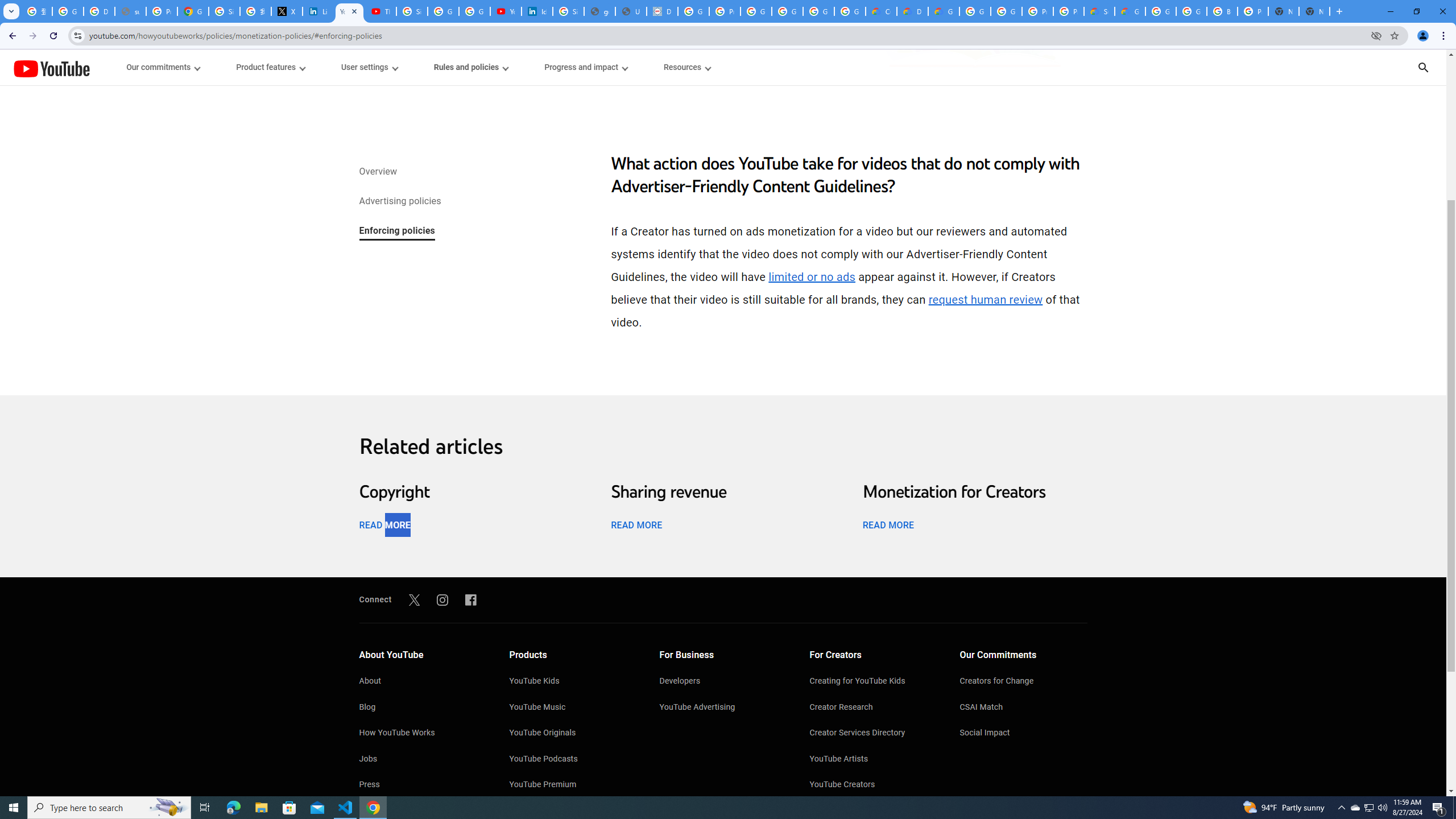 The height and width of the screenshot is (819, 1456). Describe the element at coordinates (1006, 11) in the screenshot. I see `'Google Cloud Platform'` at that location.